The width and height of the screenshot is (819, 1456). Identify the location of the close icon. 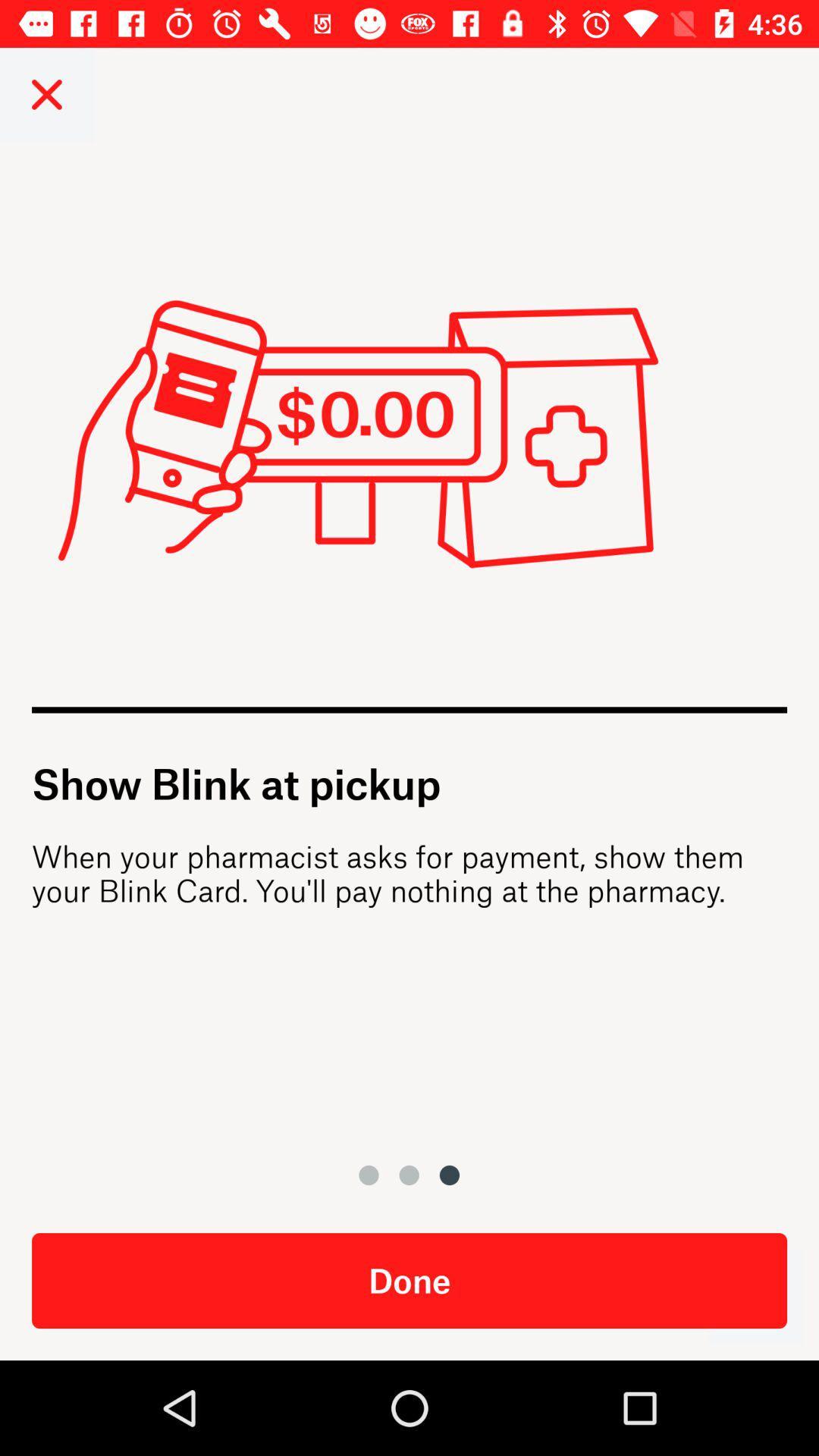
(45, 93).